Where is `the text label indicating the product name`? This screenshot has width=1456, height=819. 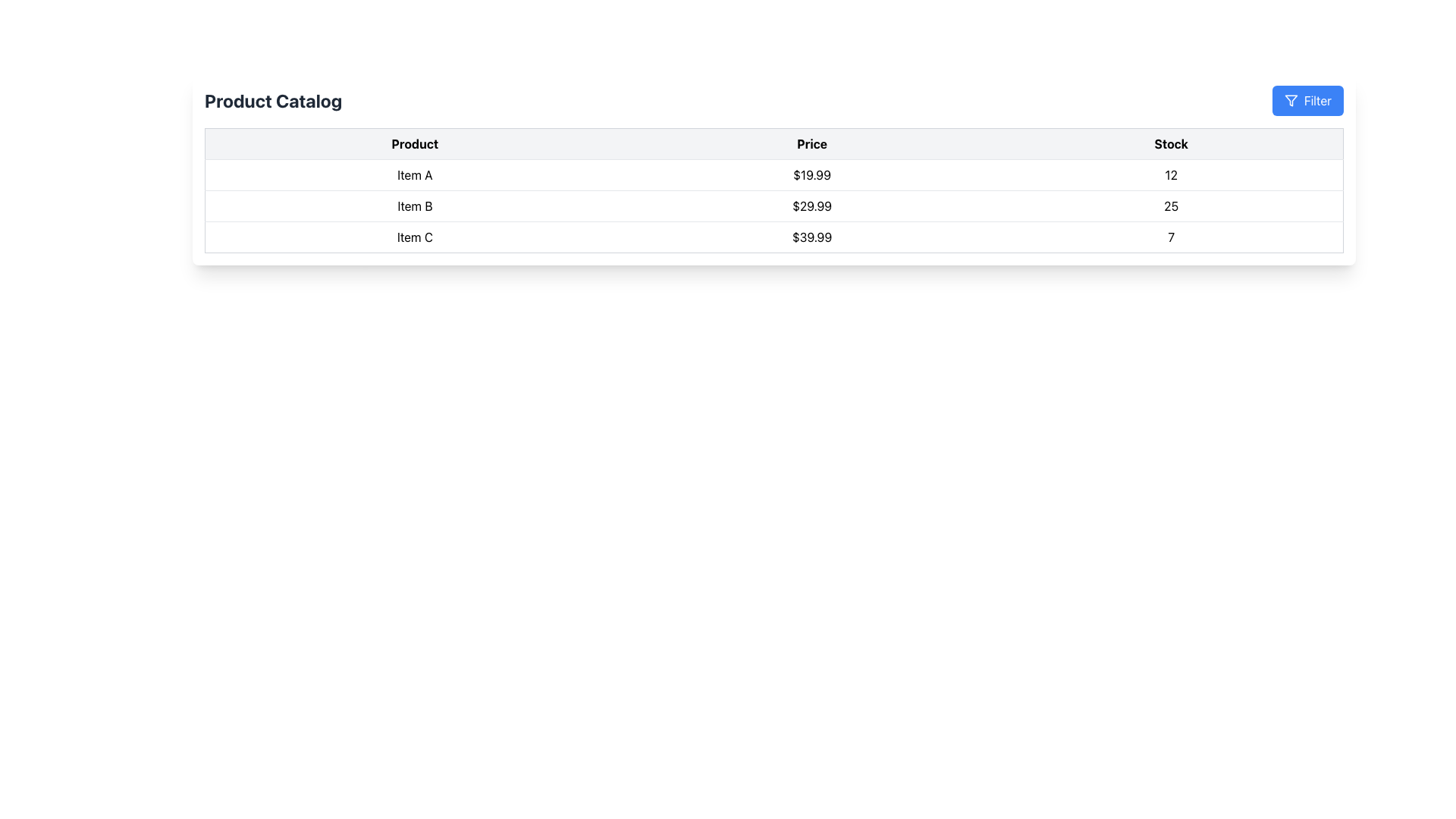 the text label indicating the product name is located at coordinates (415, 206).